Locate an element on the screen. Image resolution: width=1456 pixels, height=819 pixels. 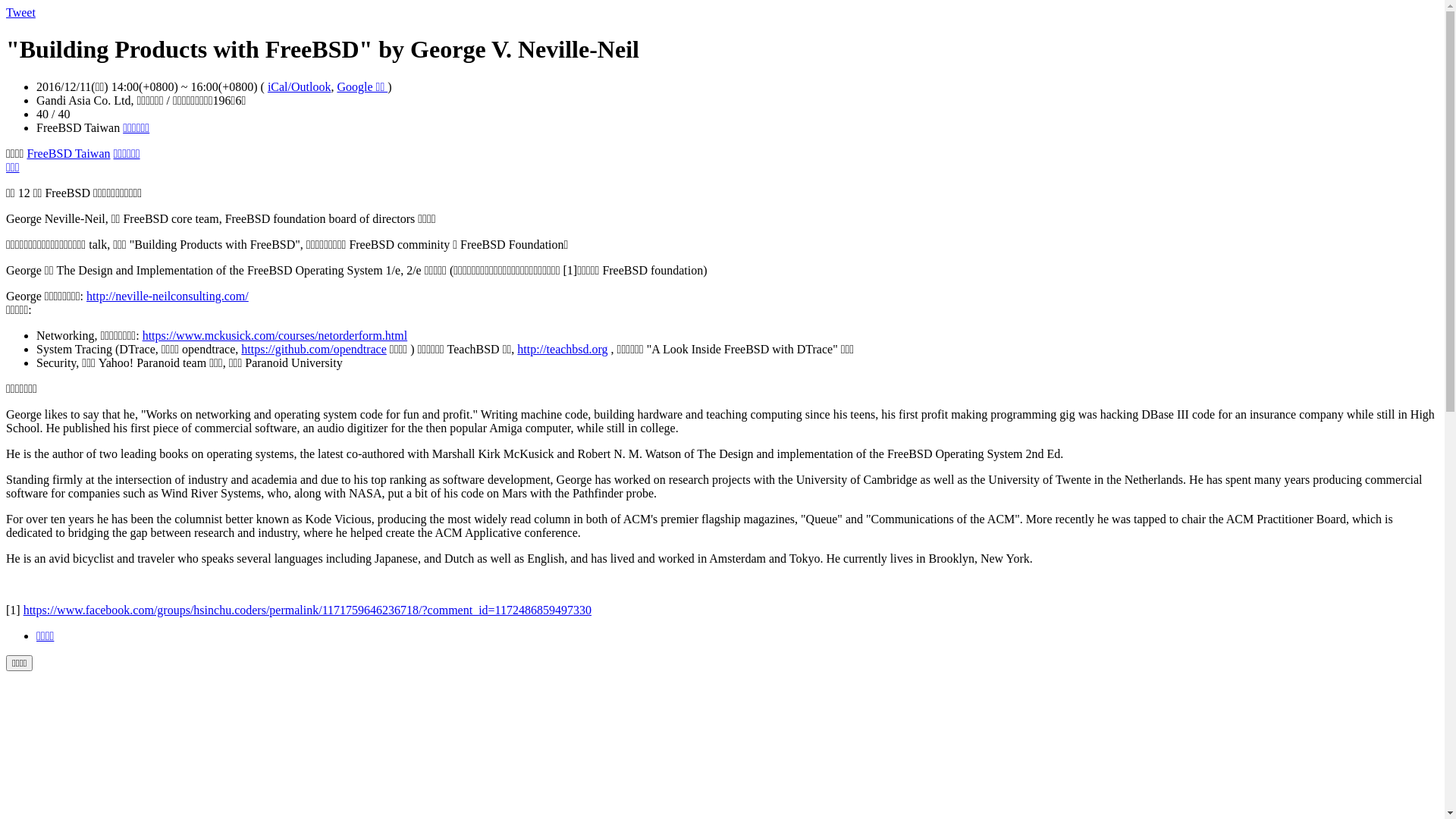
'FreeBSD Taiwan' is located at coordinates (26, 153).